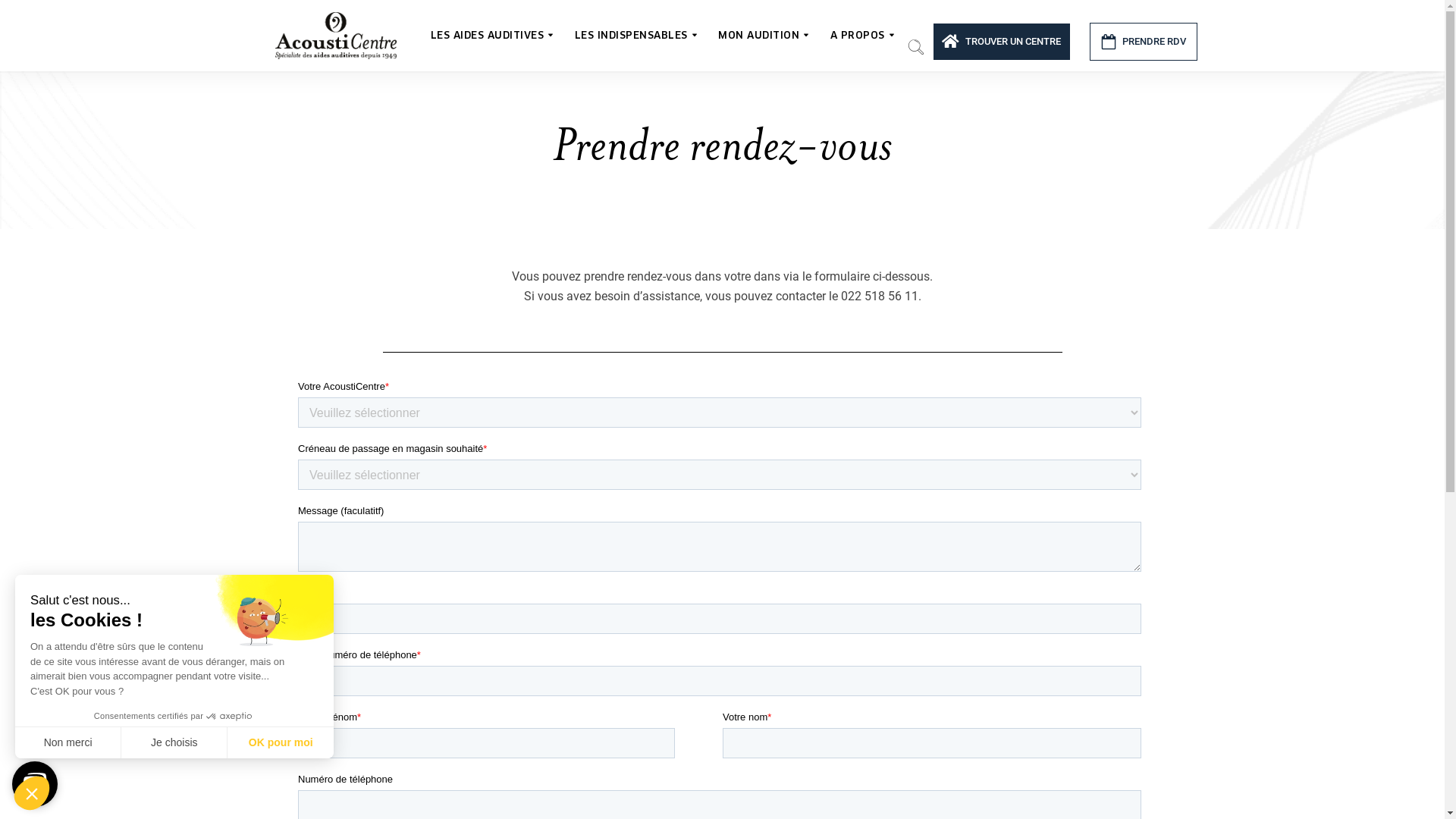 The image size is (1456, 819). I want to click on '022 518 56 11', so click(878, 296).